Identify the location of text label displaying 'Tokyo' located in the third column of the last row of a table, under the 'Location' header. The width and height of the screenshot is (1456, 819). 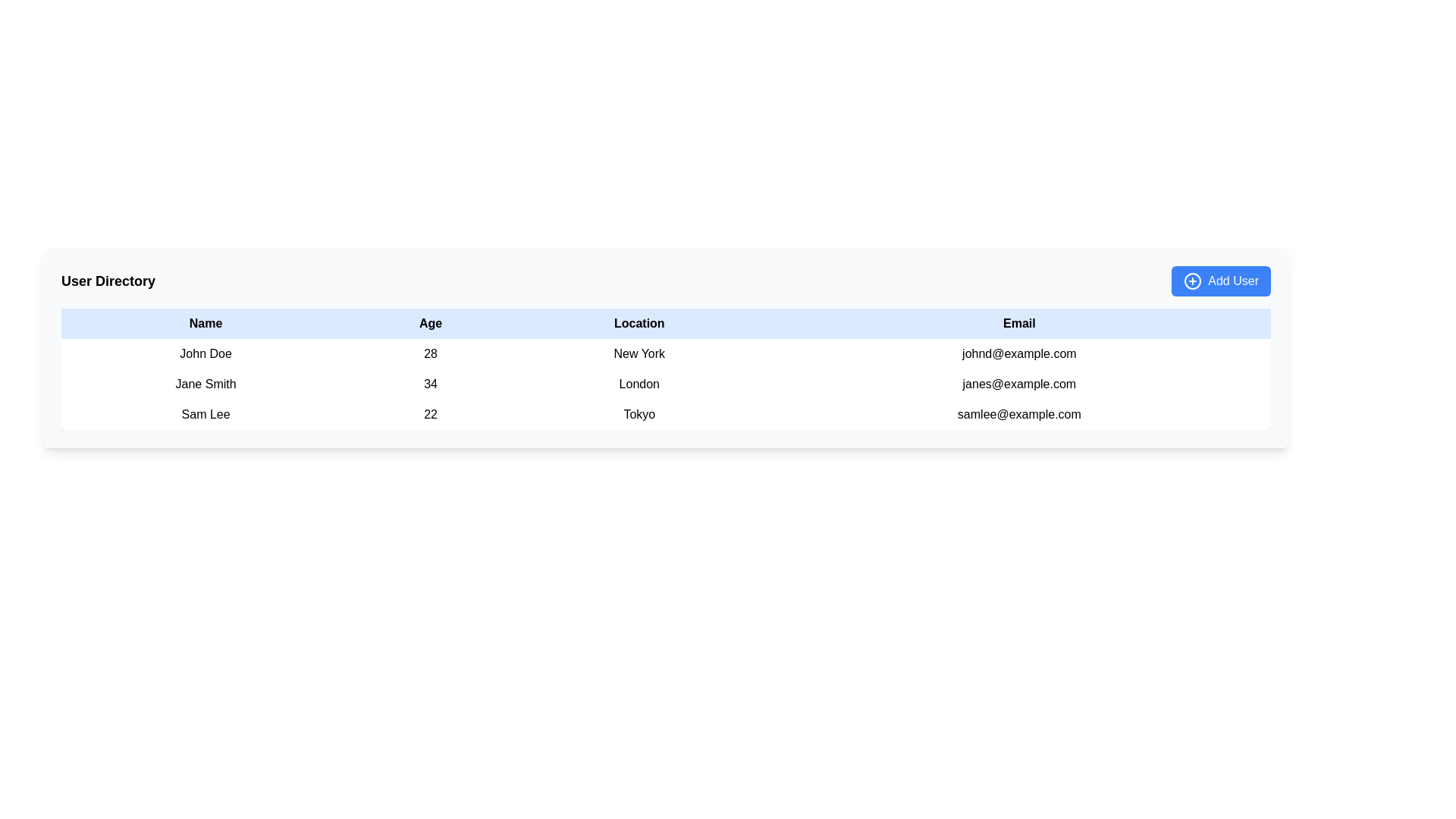
(639, 415).